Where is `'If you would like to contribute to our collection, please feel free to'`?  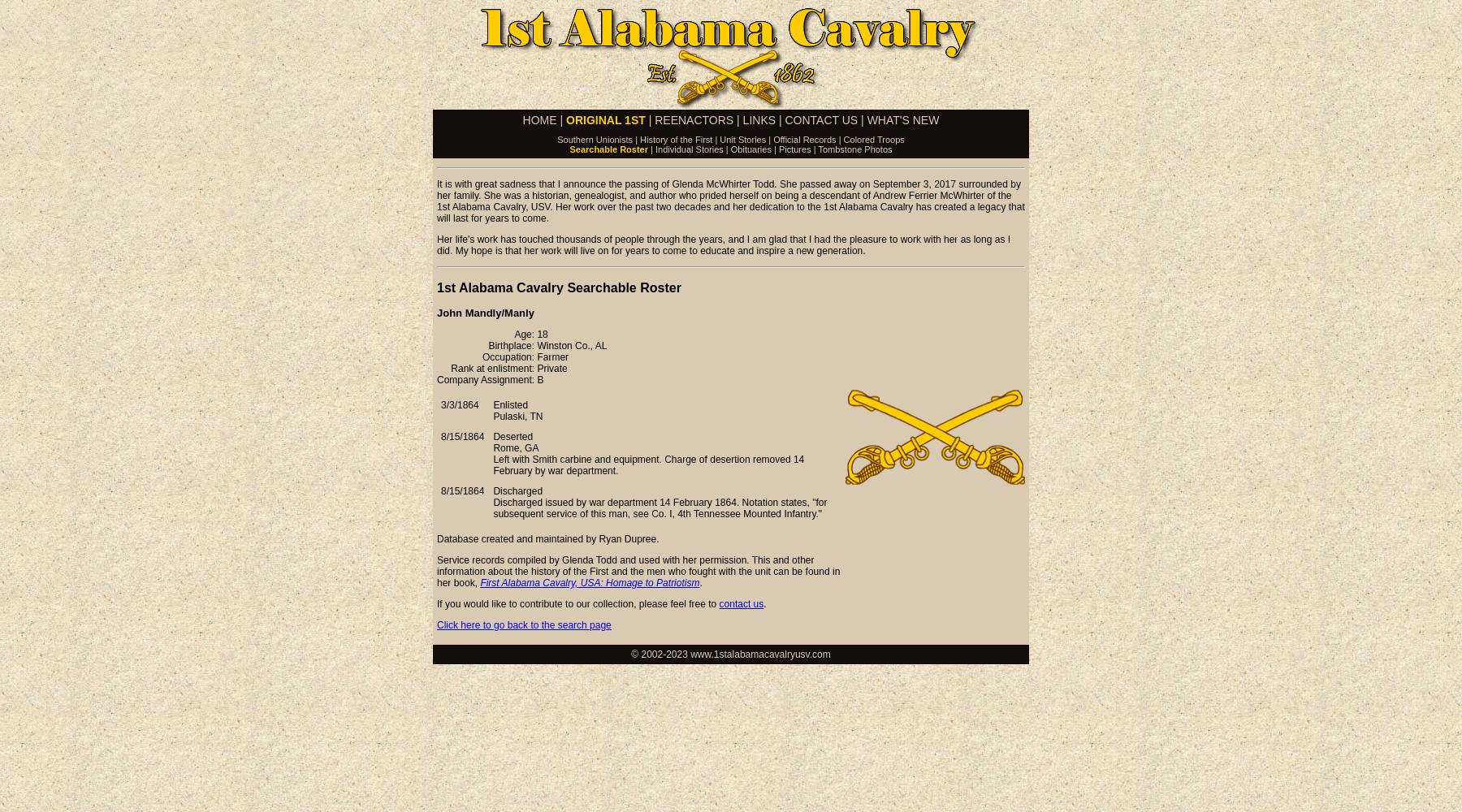 'If you would like to contribute to our collection, please feel free to' is located at coordinates (436, 603).